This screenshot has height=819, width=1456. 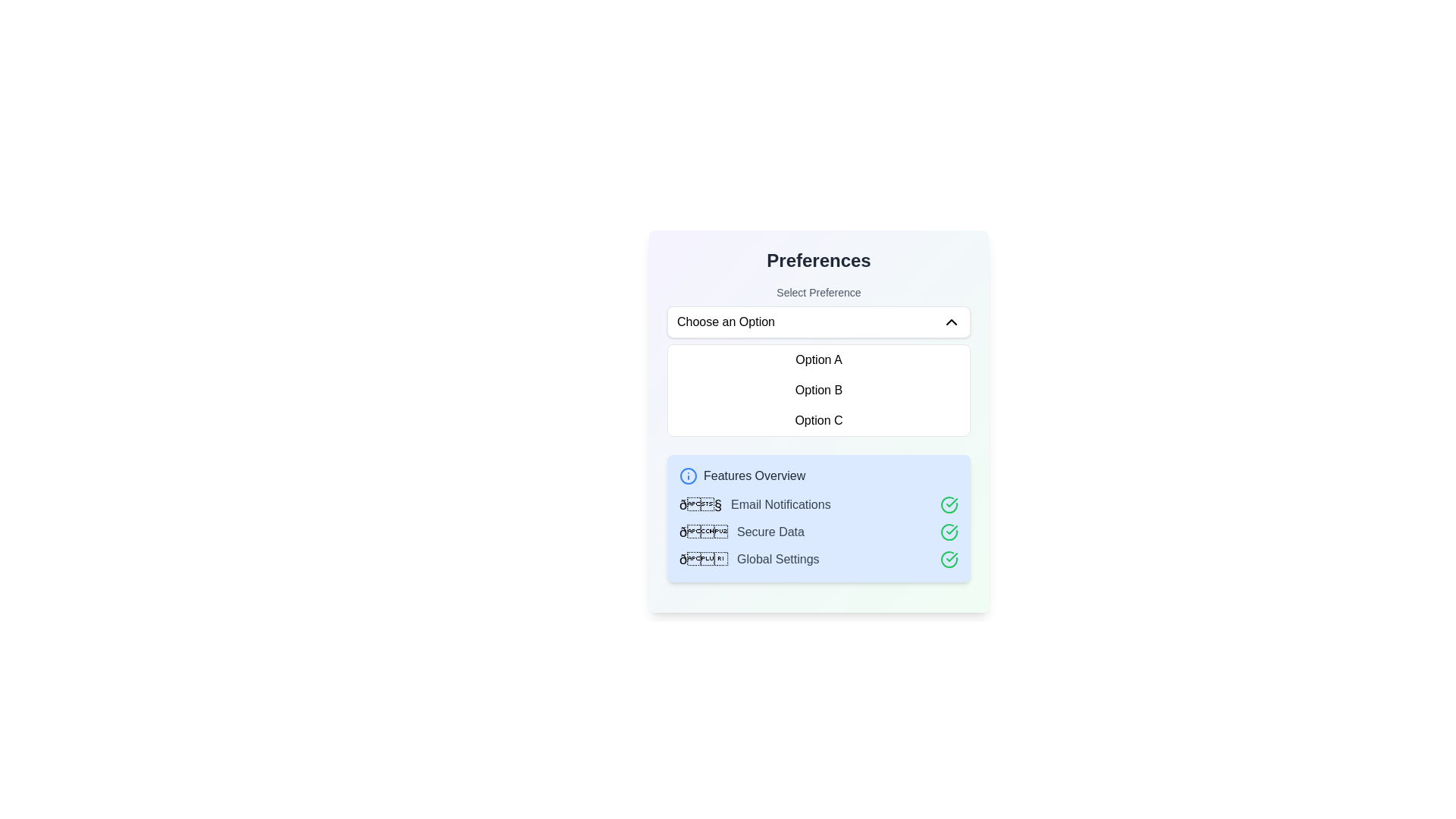 I want to click on the modal dialog box that displays user preferences and feature information, so click(x=818, y=421).